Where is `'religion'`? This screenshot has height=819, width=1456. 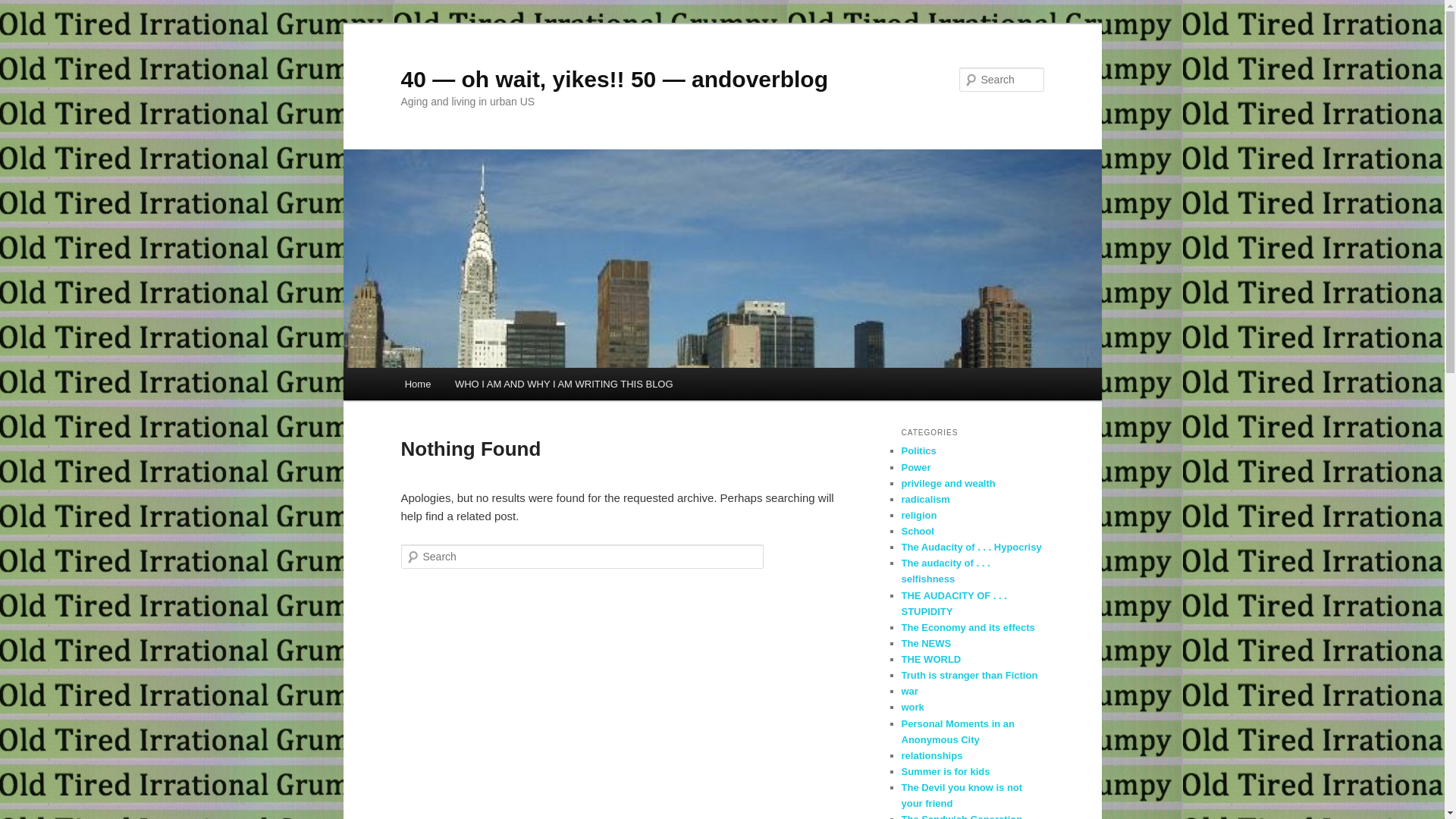 'religion' is located at coordinates (918, 514).